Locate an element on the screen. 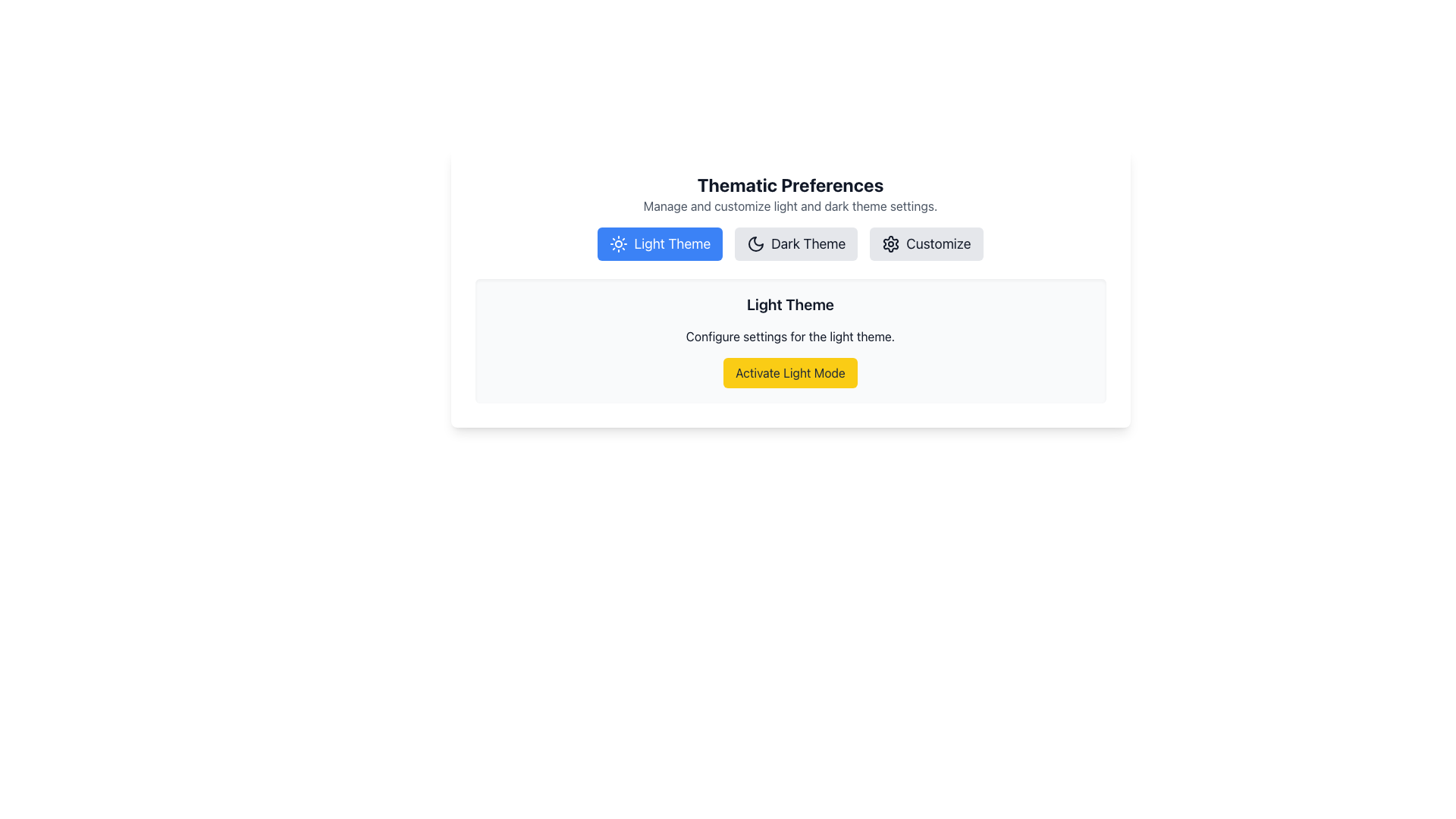  the yellow rectangular button labeled 'Activate Light Mode' is located at coordinates (789, 373).